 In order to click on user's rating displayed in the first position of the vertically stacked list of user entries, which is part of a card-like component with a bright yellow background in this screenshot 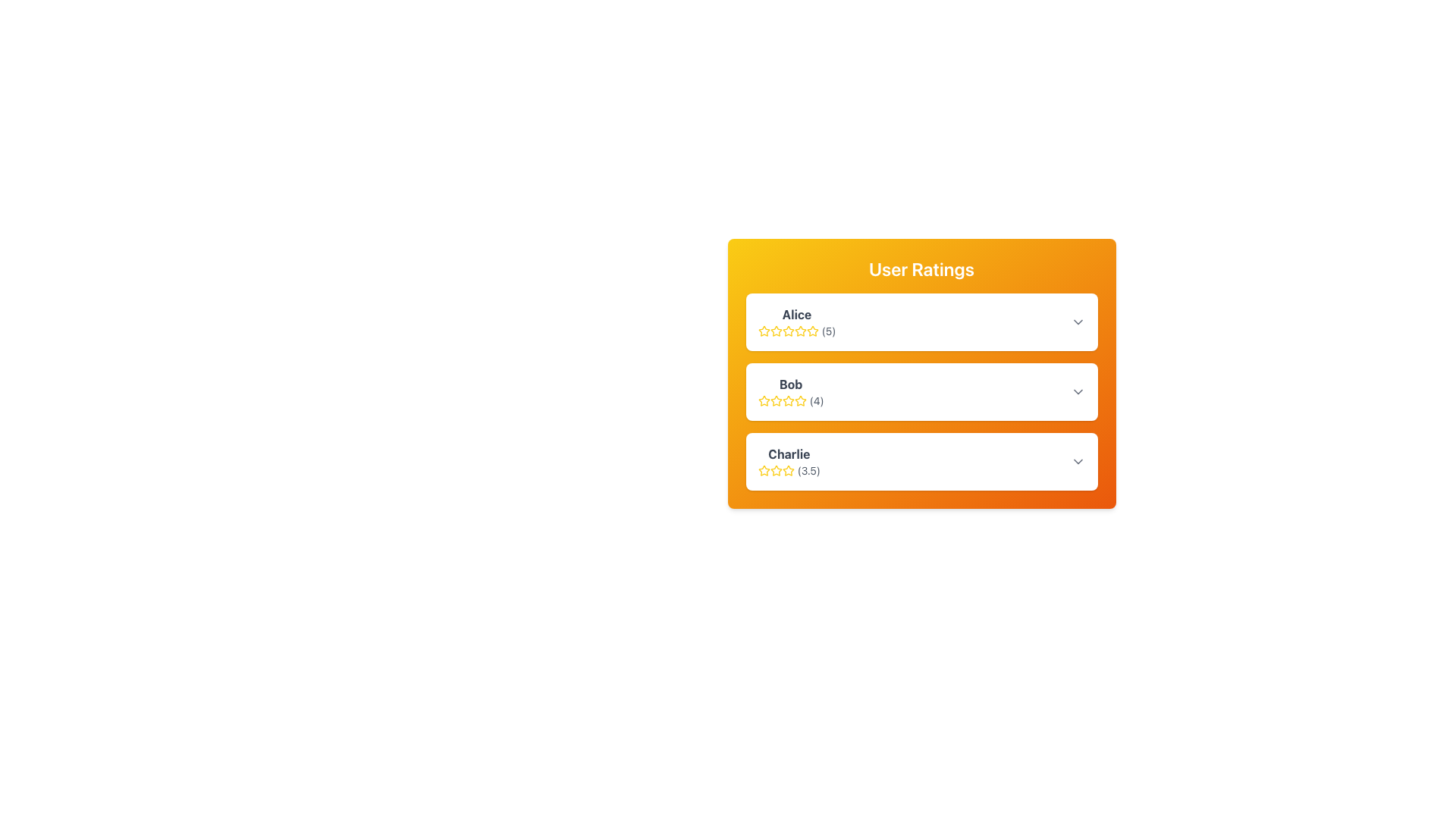, I will do `click(796, 321)`.